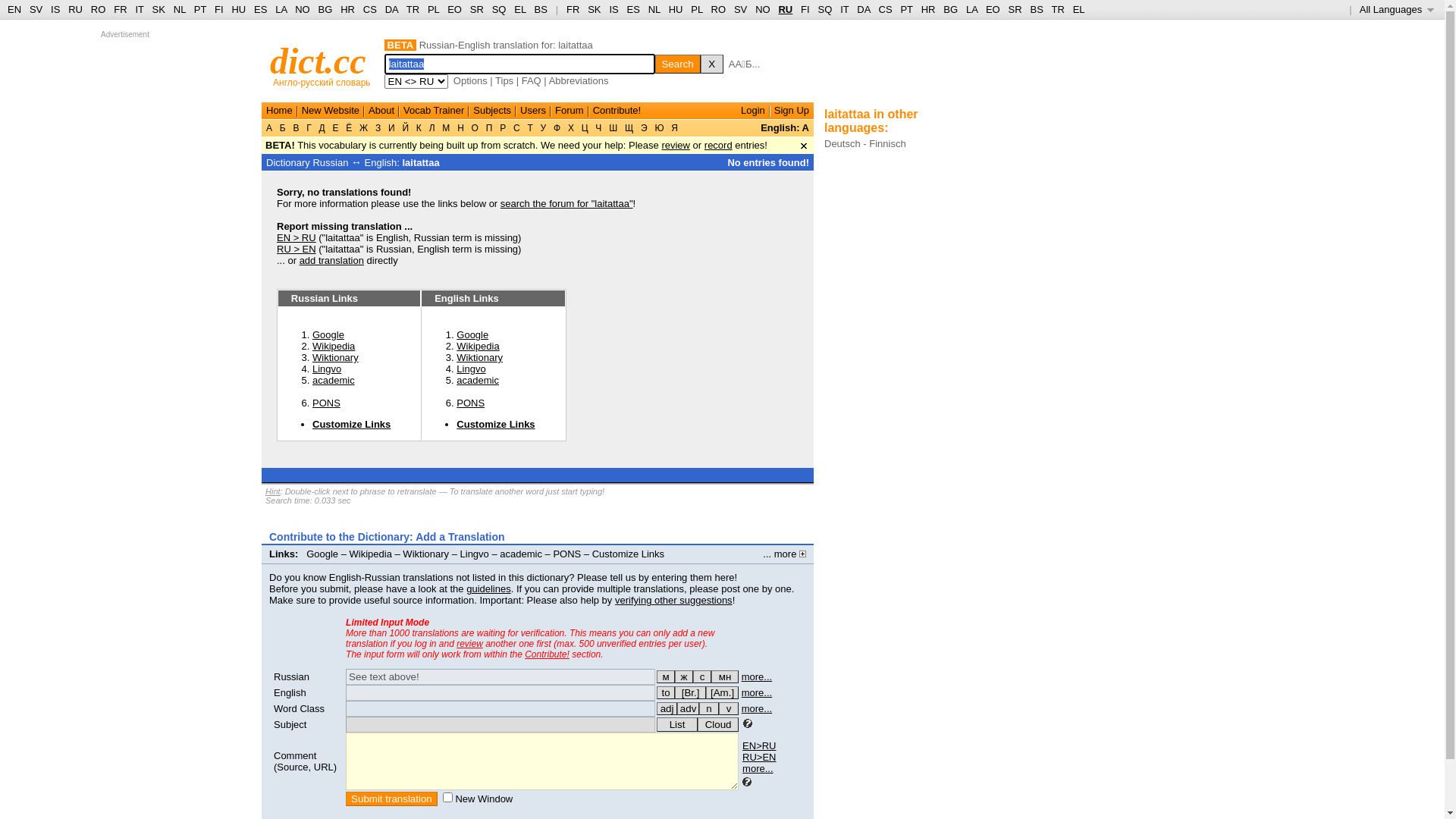  I want to click on 'adv', so click(676, 708).